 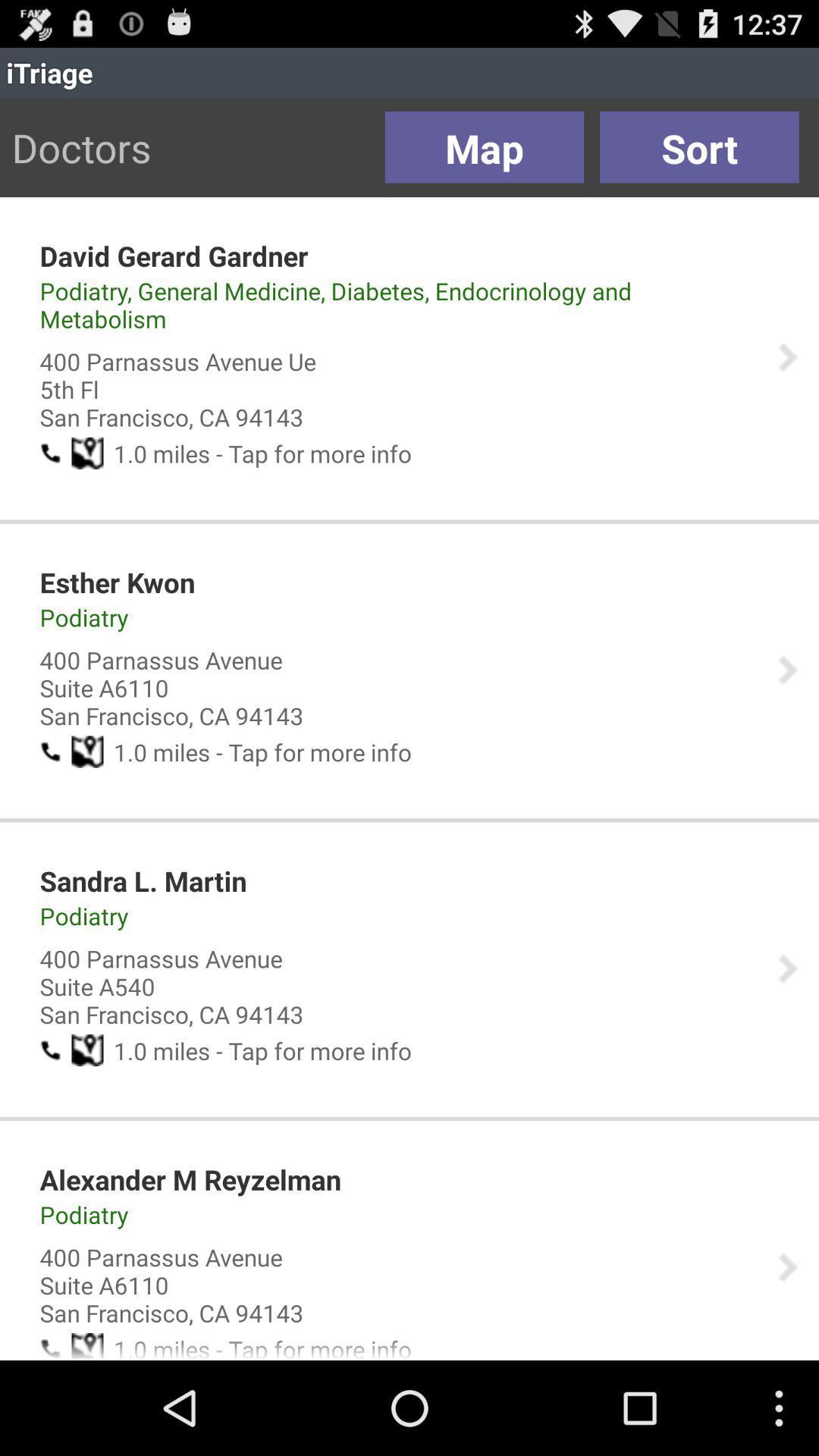 I want to click on the sandra l. martin icon, so click(x=143, y=880).